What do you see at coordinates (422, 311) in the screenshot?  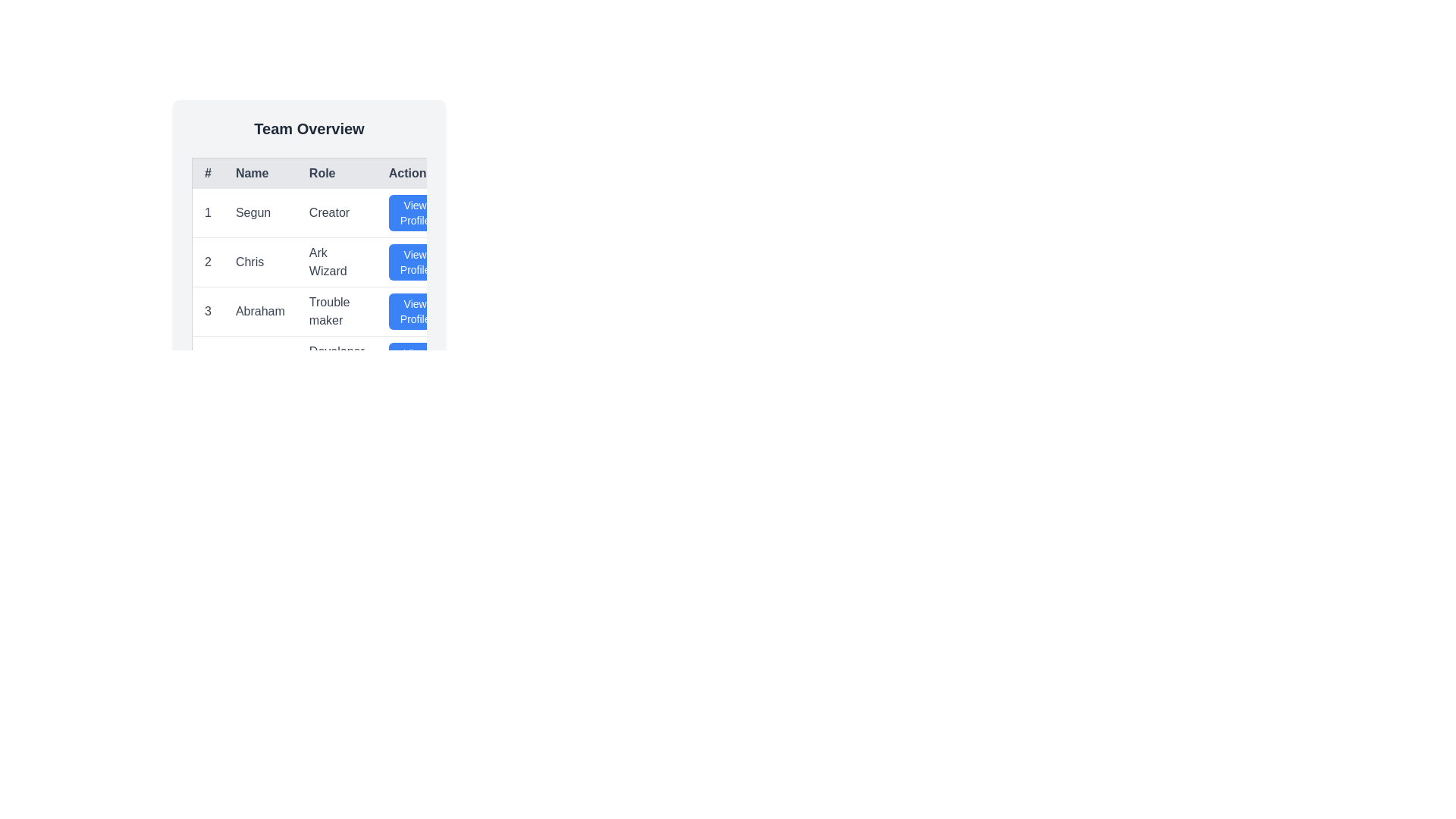 I see `the 'View Profile' button with a blue background and white text in the 'Action' column of the 'Team Overview' table` at bounding box center [422, 311].